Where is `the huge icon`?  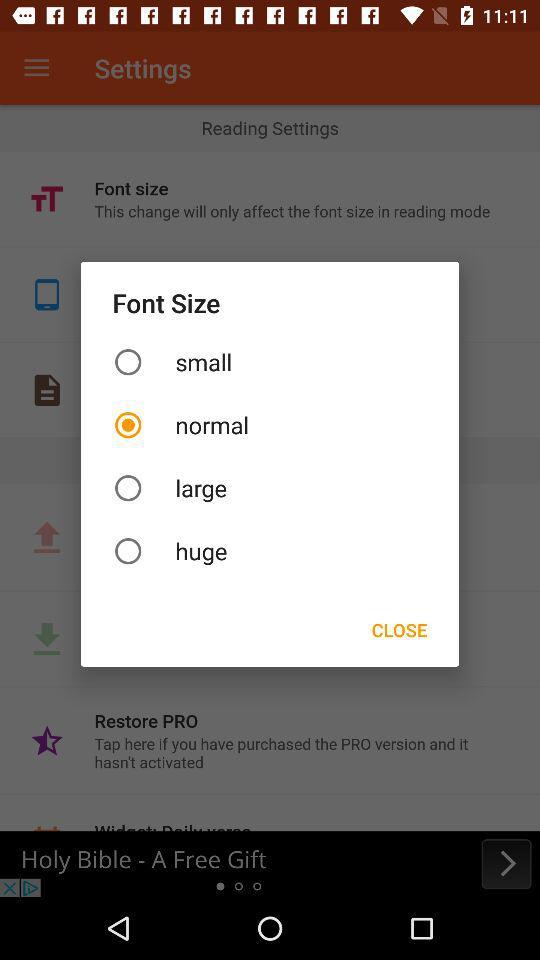 the huge icon is located at coordinates (270, 551).